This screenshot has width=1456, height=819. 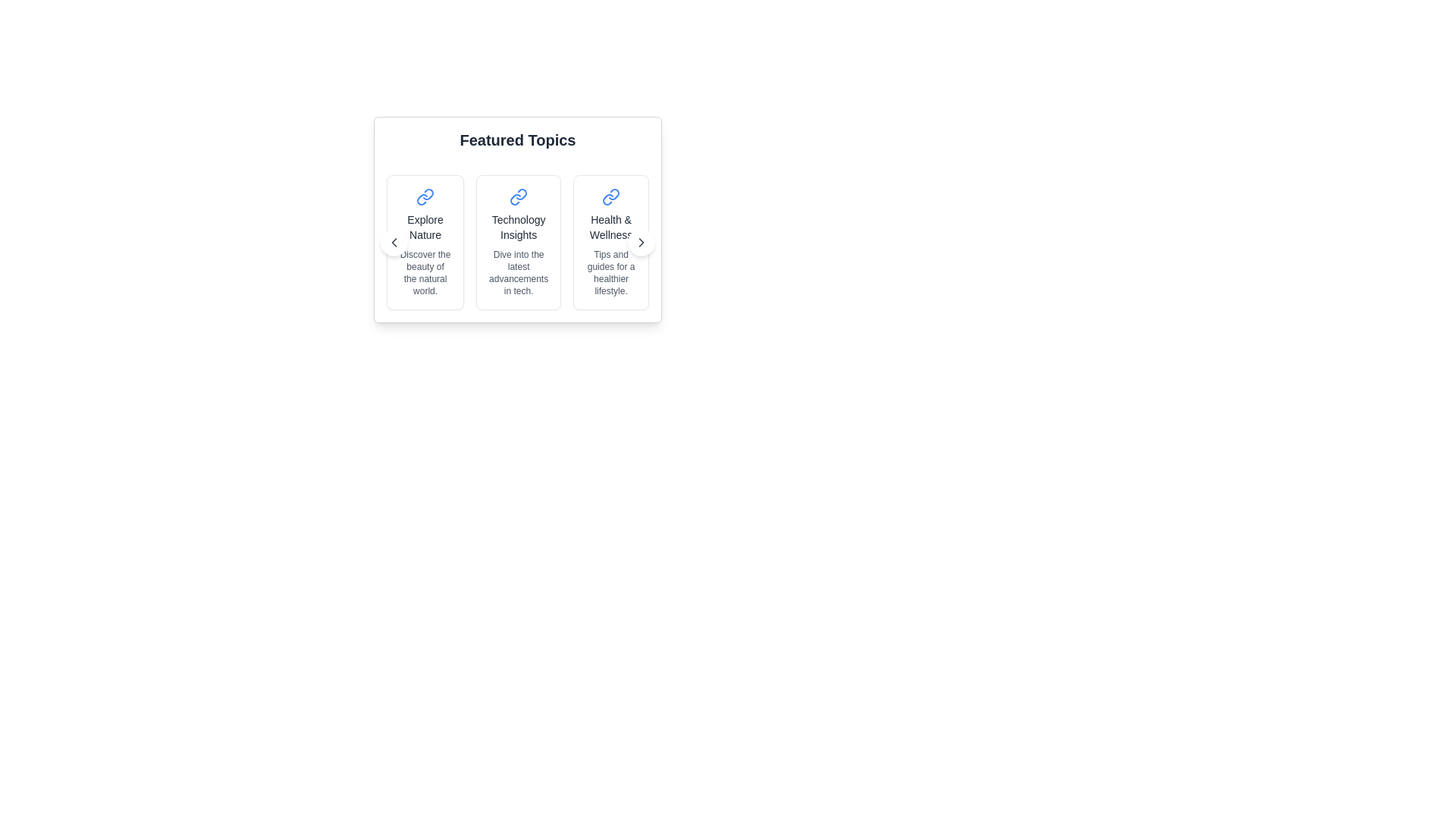 I want to click on the bottom portion of the link icon in the 'Health & Wellness' card, which is the third card from the left in the 'Featured Topics' section, so click(x=608, y=199).